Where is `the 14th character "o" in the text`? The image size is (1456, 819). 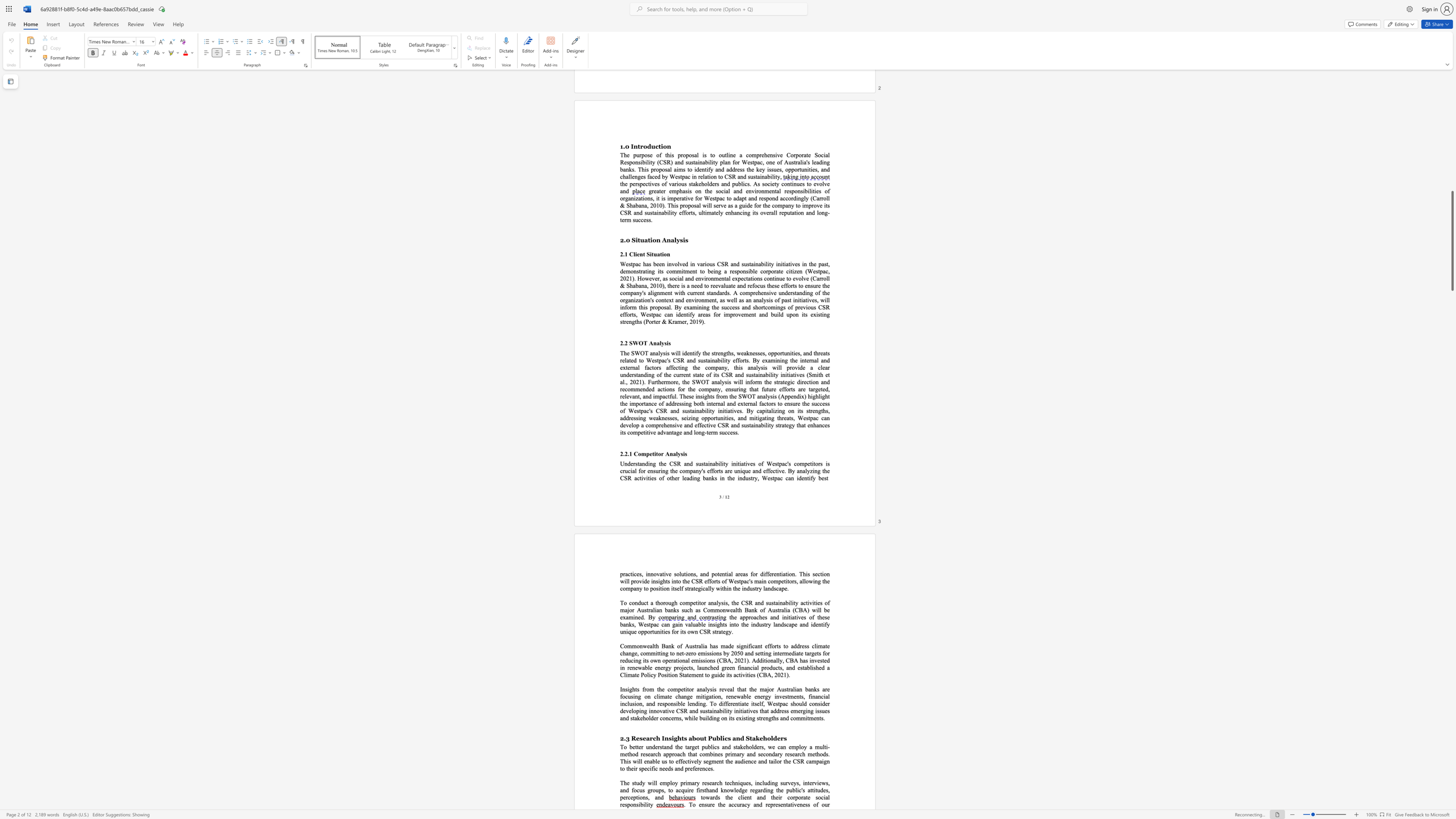 the 14th character "o" in the text is located at coordinates (708, 661).